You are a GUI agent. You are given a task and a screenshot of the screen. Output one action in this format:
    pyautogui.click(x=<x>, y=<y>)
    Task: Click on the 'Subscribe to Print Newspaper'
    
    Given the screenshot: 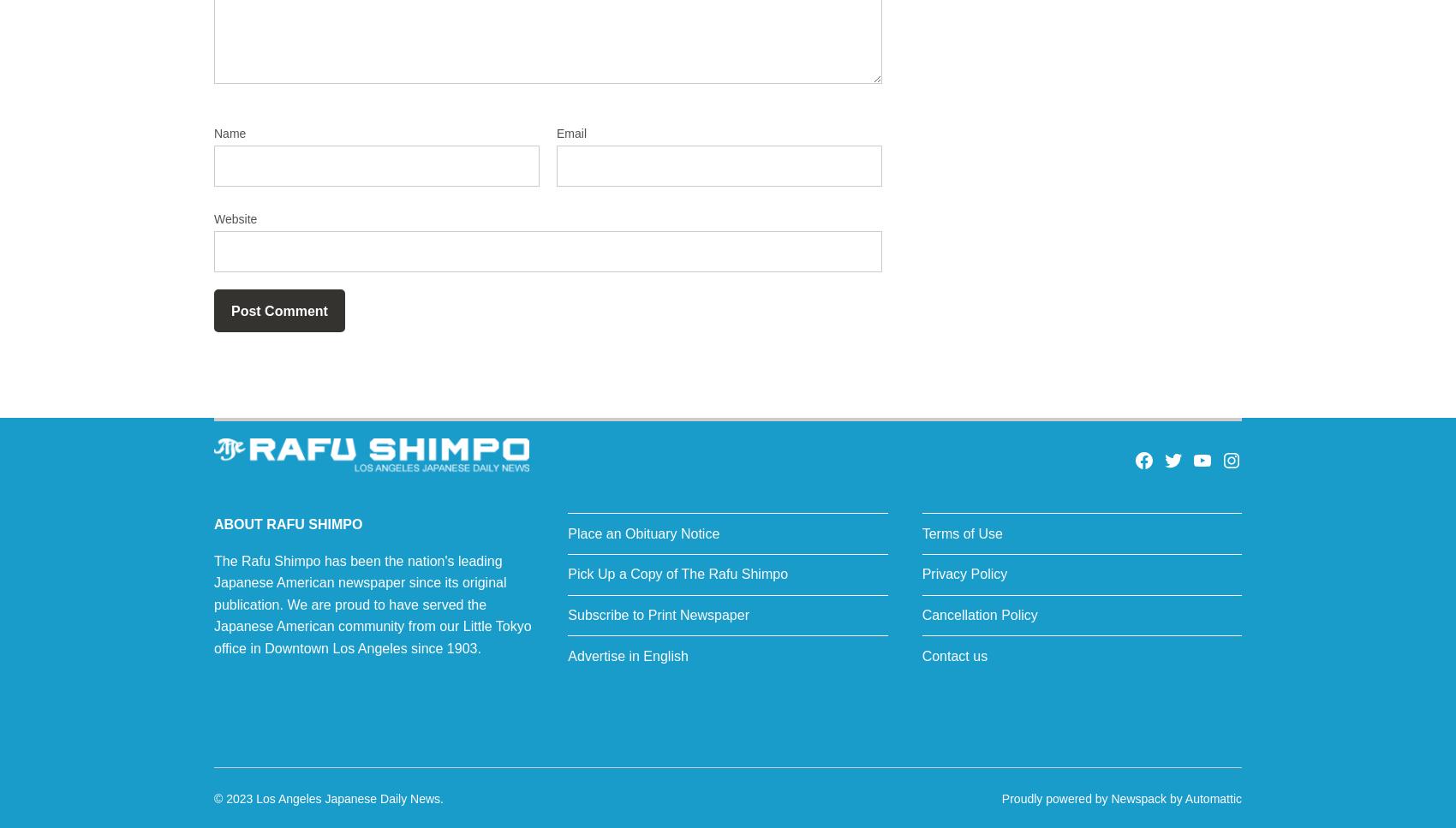 What is the action you would take?
    pyautogui.click(x=568, y=614)
    